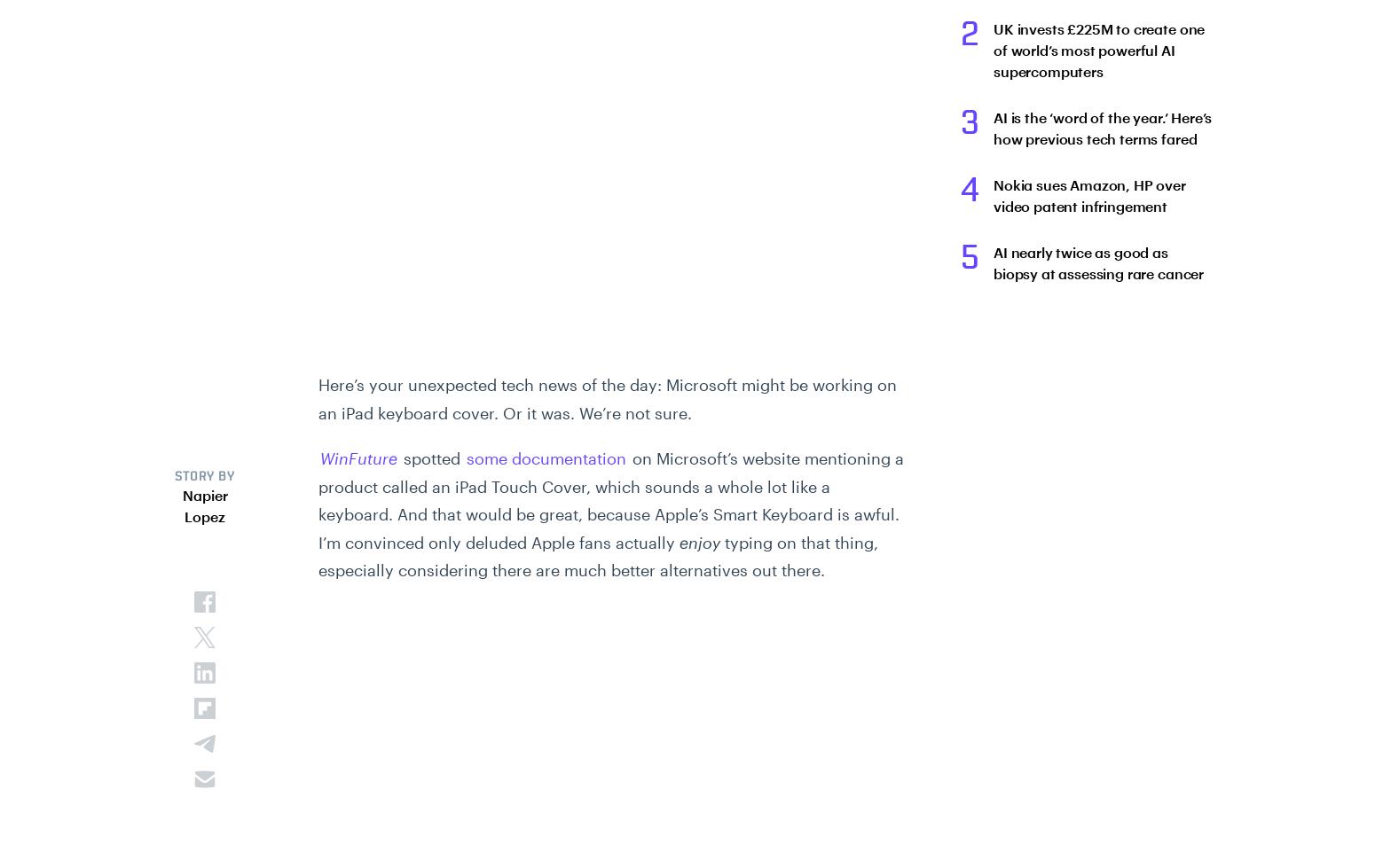 This screenshot has width=1375, height=868. Describe the element at coordinates (1101, 128) in the screenshot. I see `'AI is the ‘word of the year.’ Here’s how previous tech terms fared'` at that location.